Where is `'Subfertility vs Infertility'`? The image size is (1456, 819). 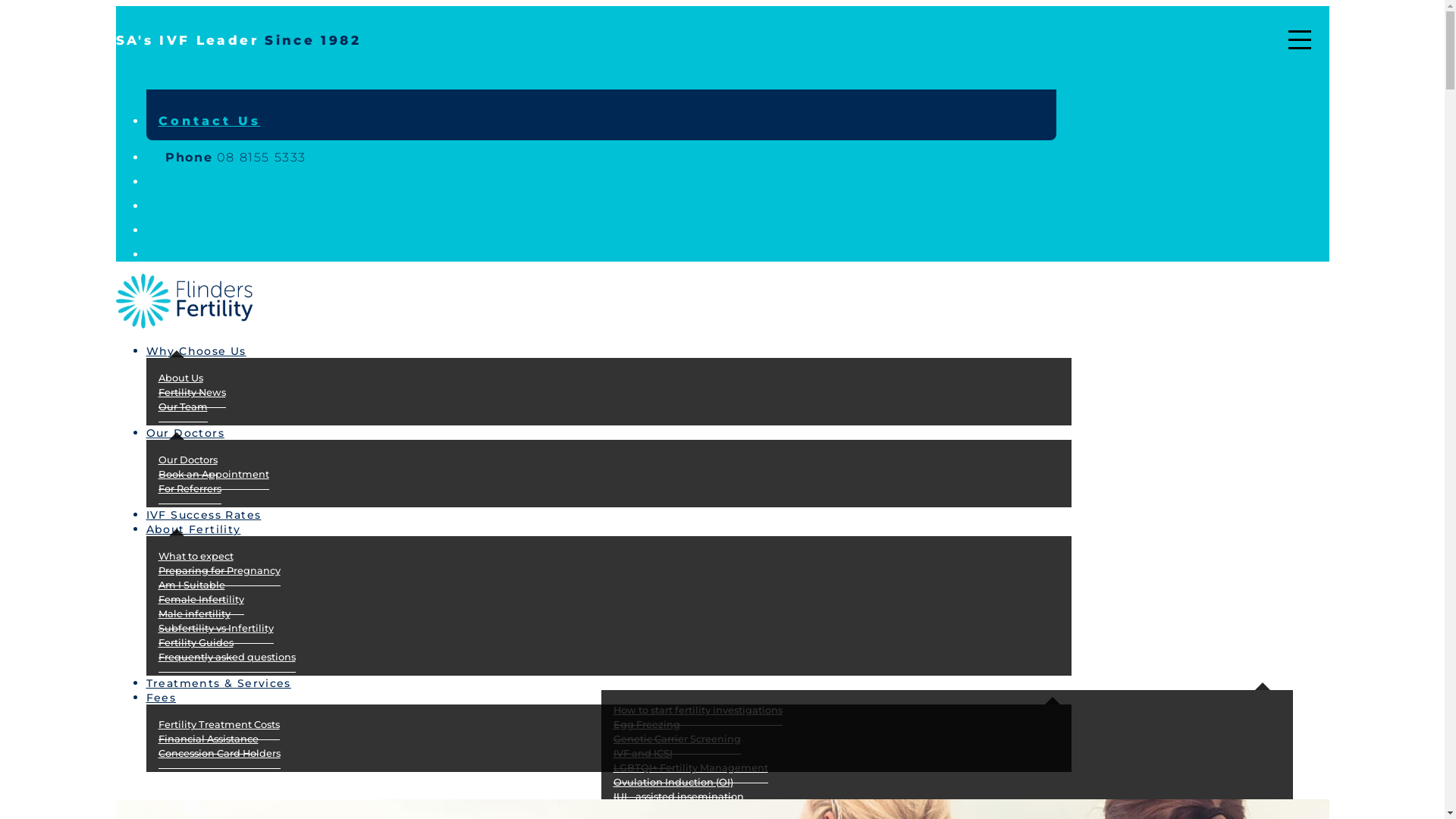 'Subfertility vs Infertility' is located at coordinates (157, 629).